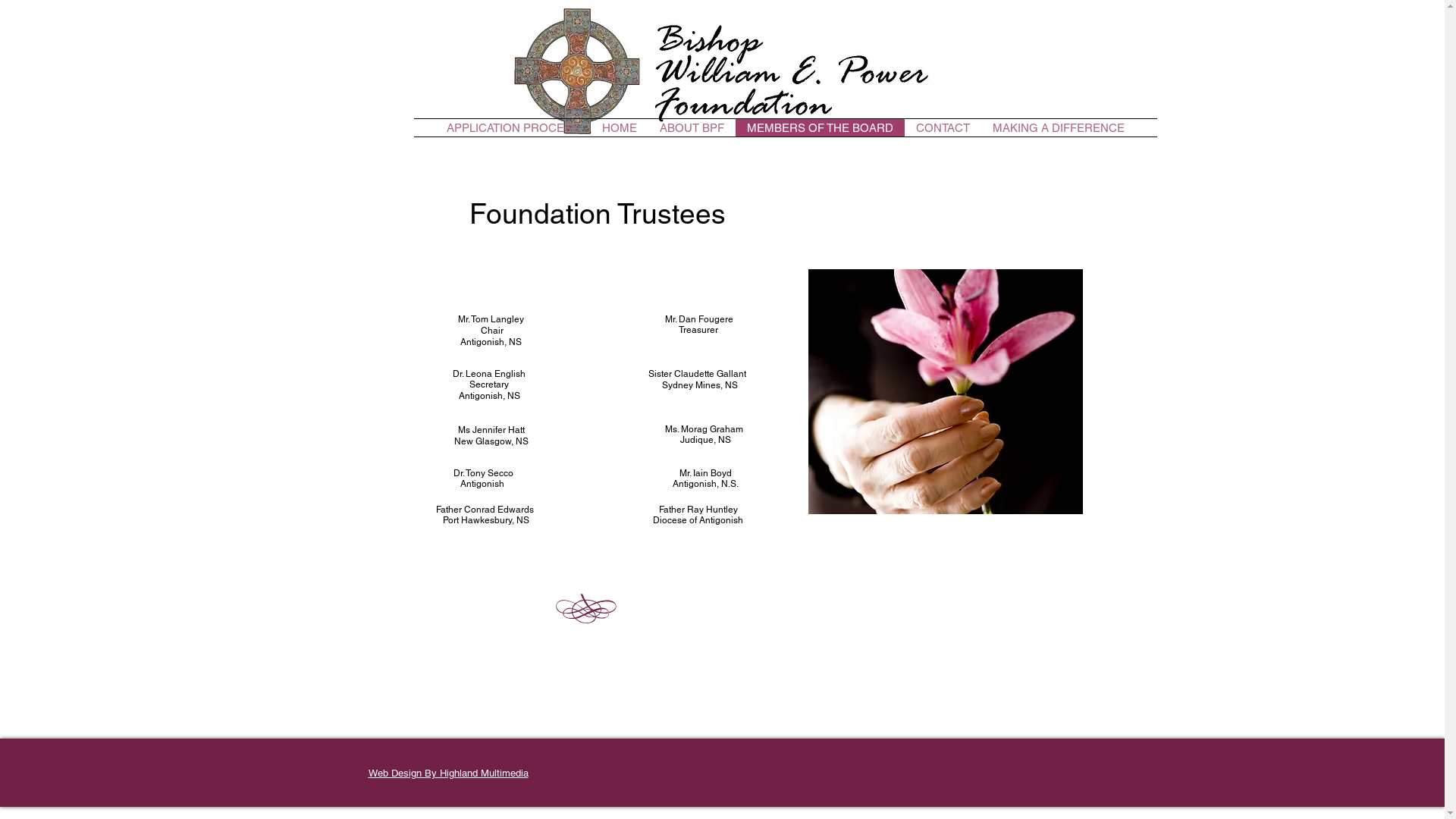 This screenshot has width=1456, height=819. I want to click on 'HOME', so click(619, 127).